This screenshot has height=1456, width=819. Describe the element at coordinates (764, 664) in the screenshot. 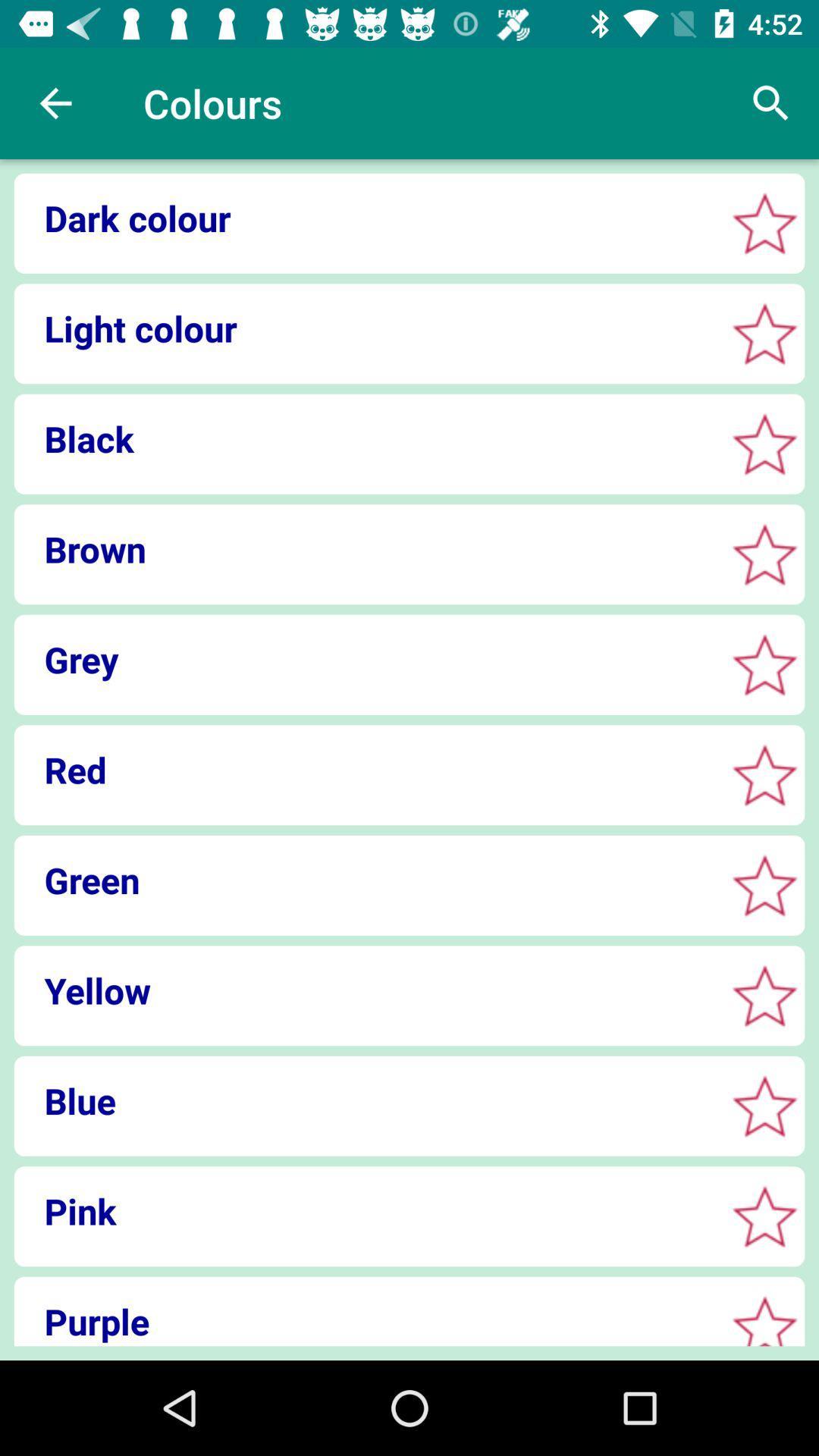

I see `grey review button` at that location.